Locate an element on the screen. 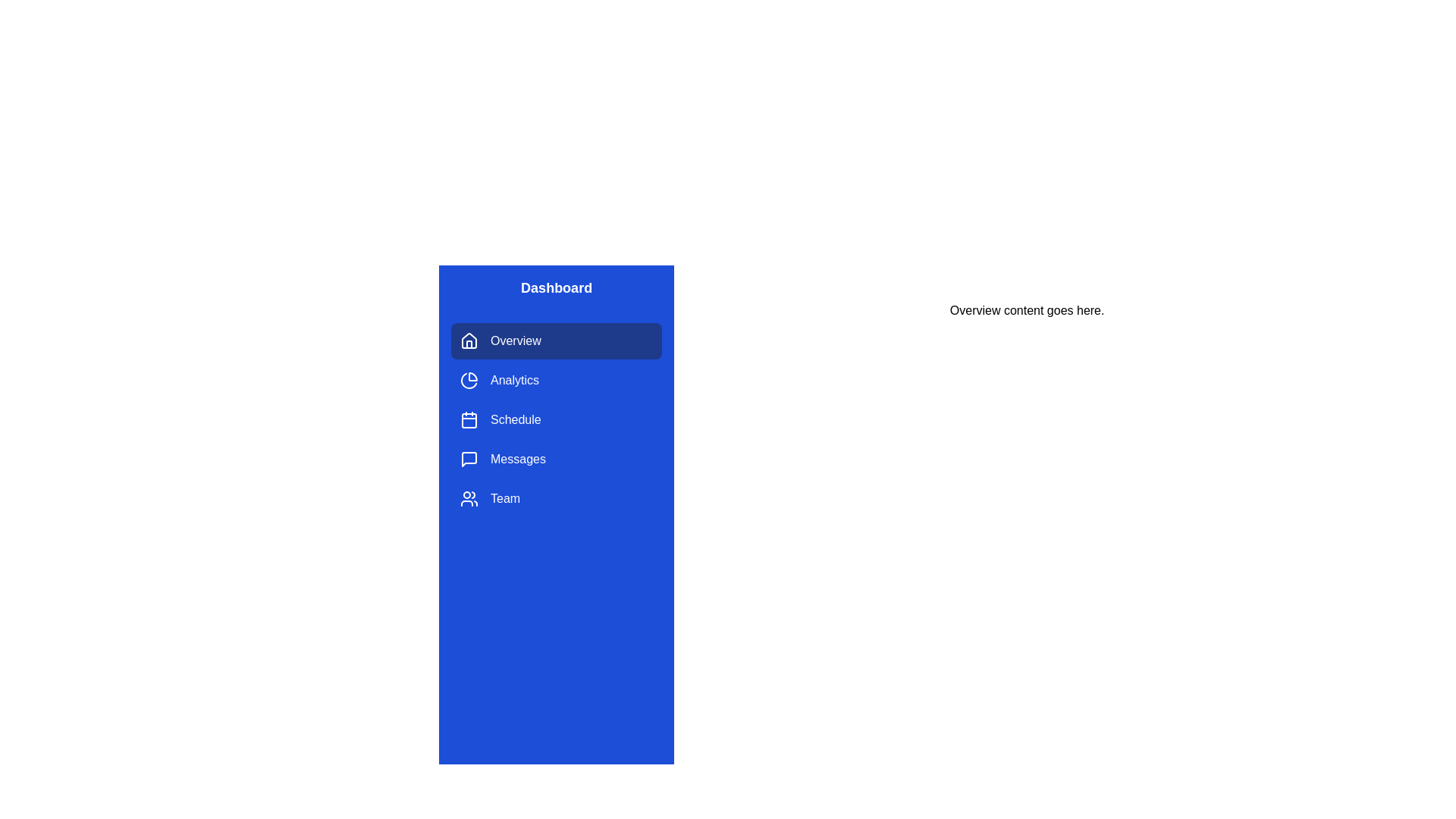 The height and width of the screenshot is (819, 1456). the 'Team' text label in the vertical menu, which is styled with bold white font on a blue background is located at coordinates (505, 499).